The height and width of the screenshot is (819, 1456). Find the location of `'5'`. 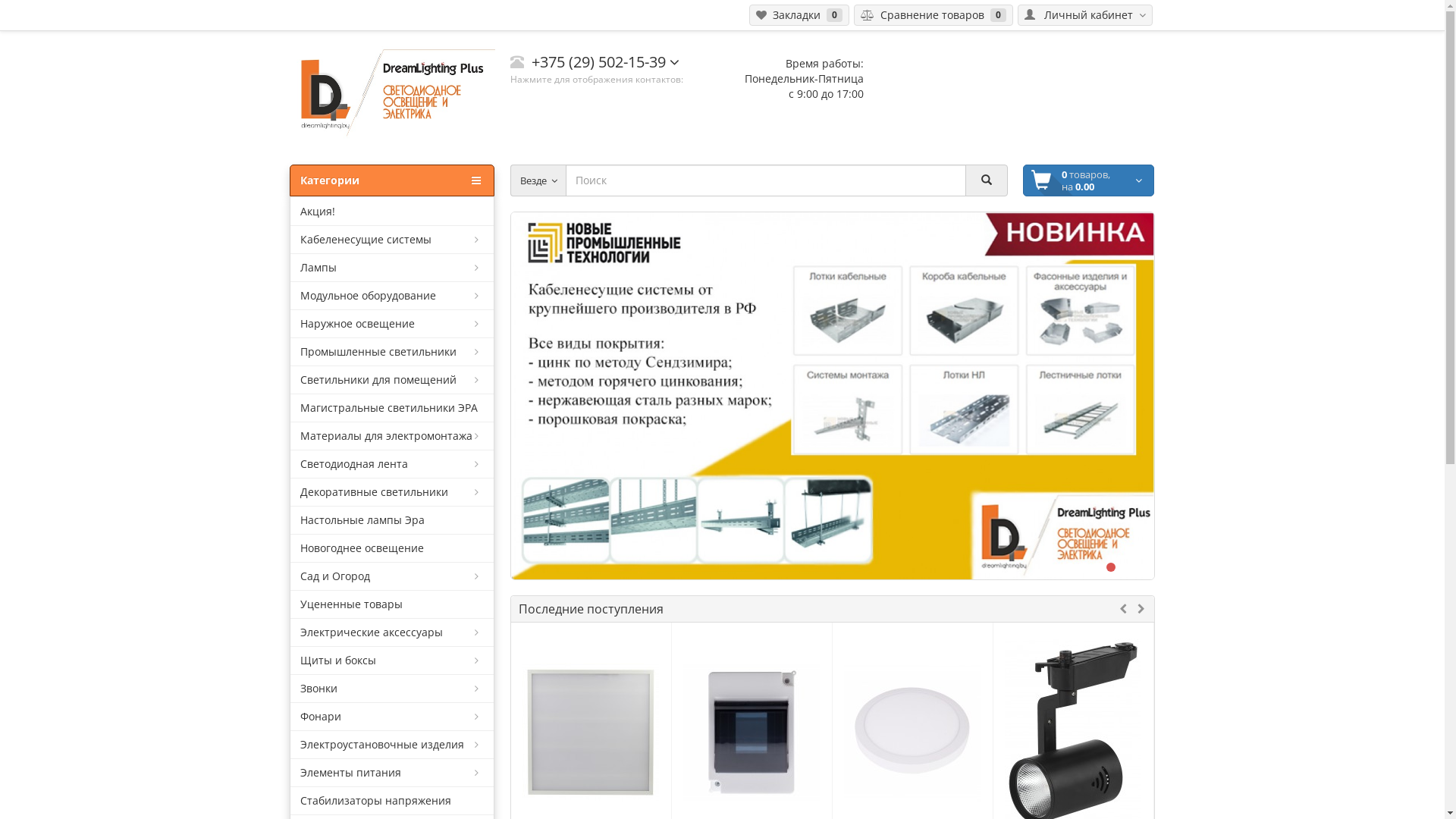

'5' is located at coordinates (1124, 567).